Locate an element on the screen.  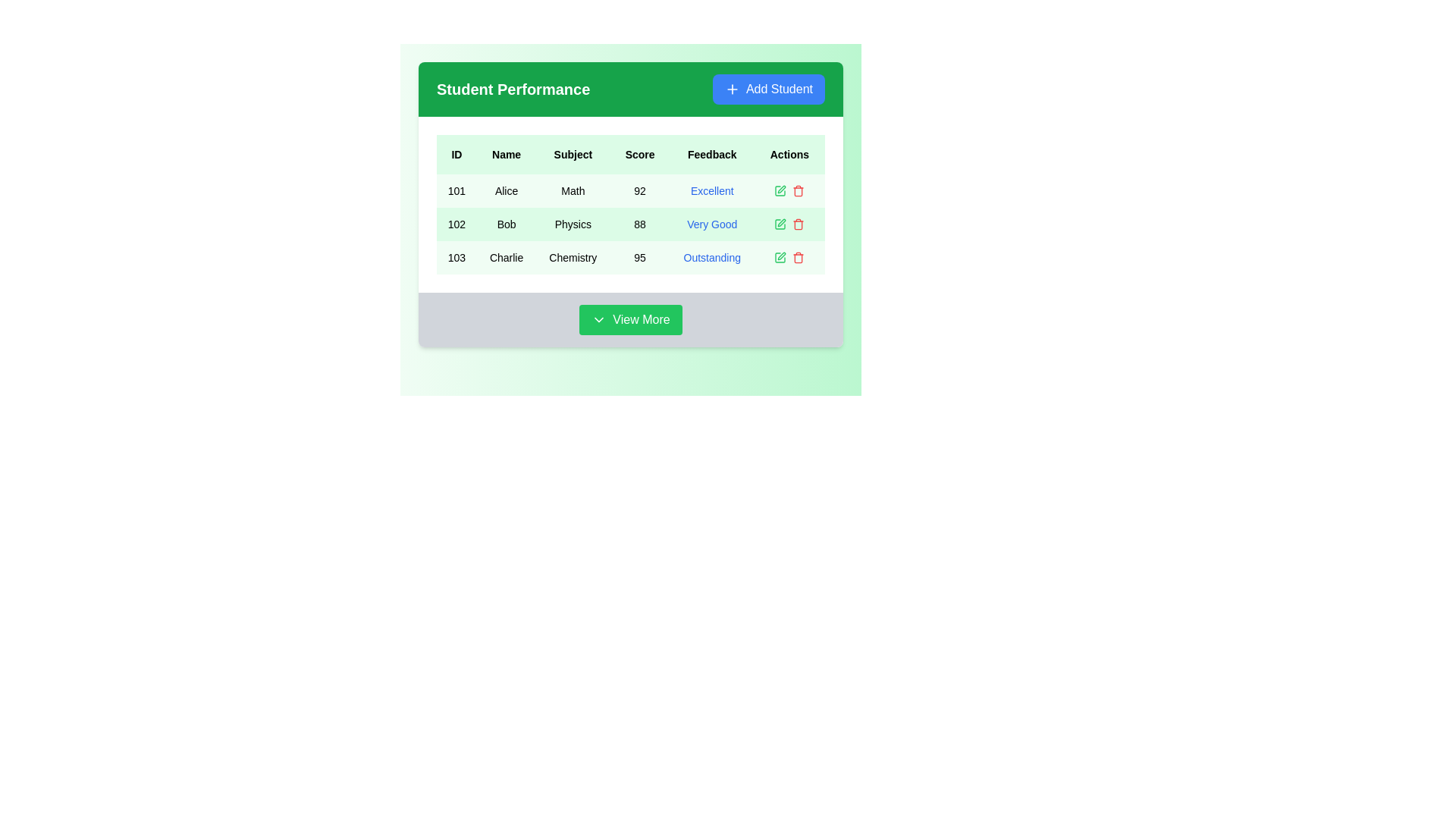
the delete button located in the rightmost position of the 'Actions' column in the table is located at coordinates (798, 256).